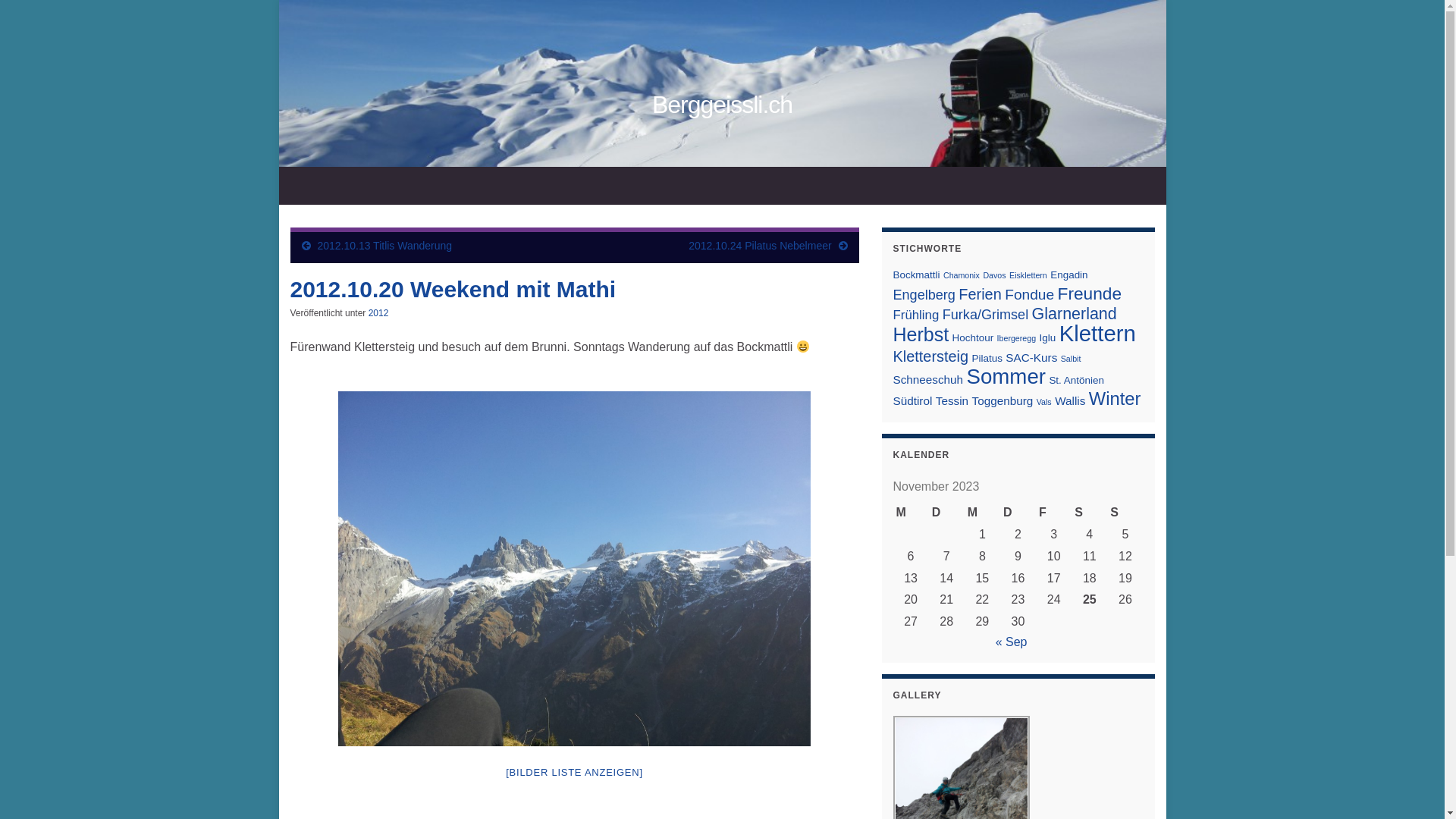 The width and height of the screenshot is (1456, 819). What do you see at coordinates (960, 275) in the screenshot?
I see `'Chamonix'` at bounding box center [960, 275].